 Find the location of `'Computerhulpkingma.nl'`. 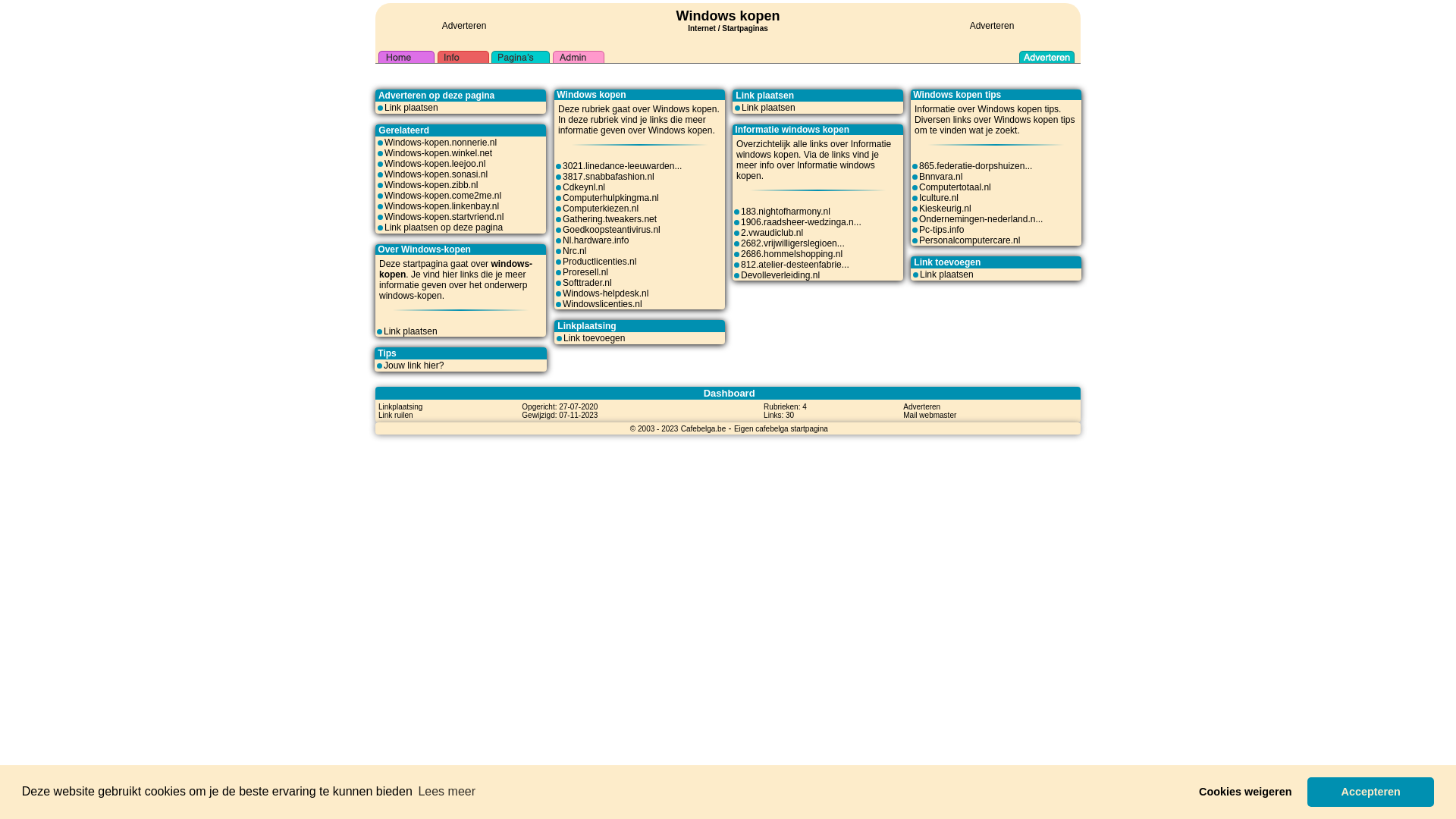

'Computerhulpkingma.nl' is located at coordinates (610, 197).